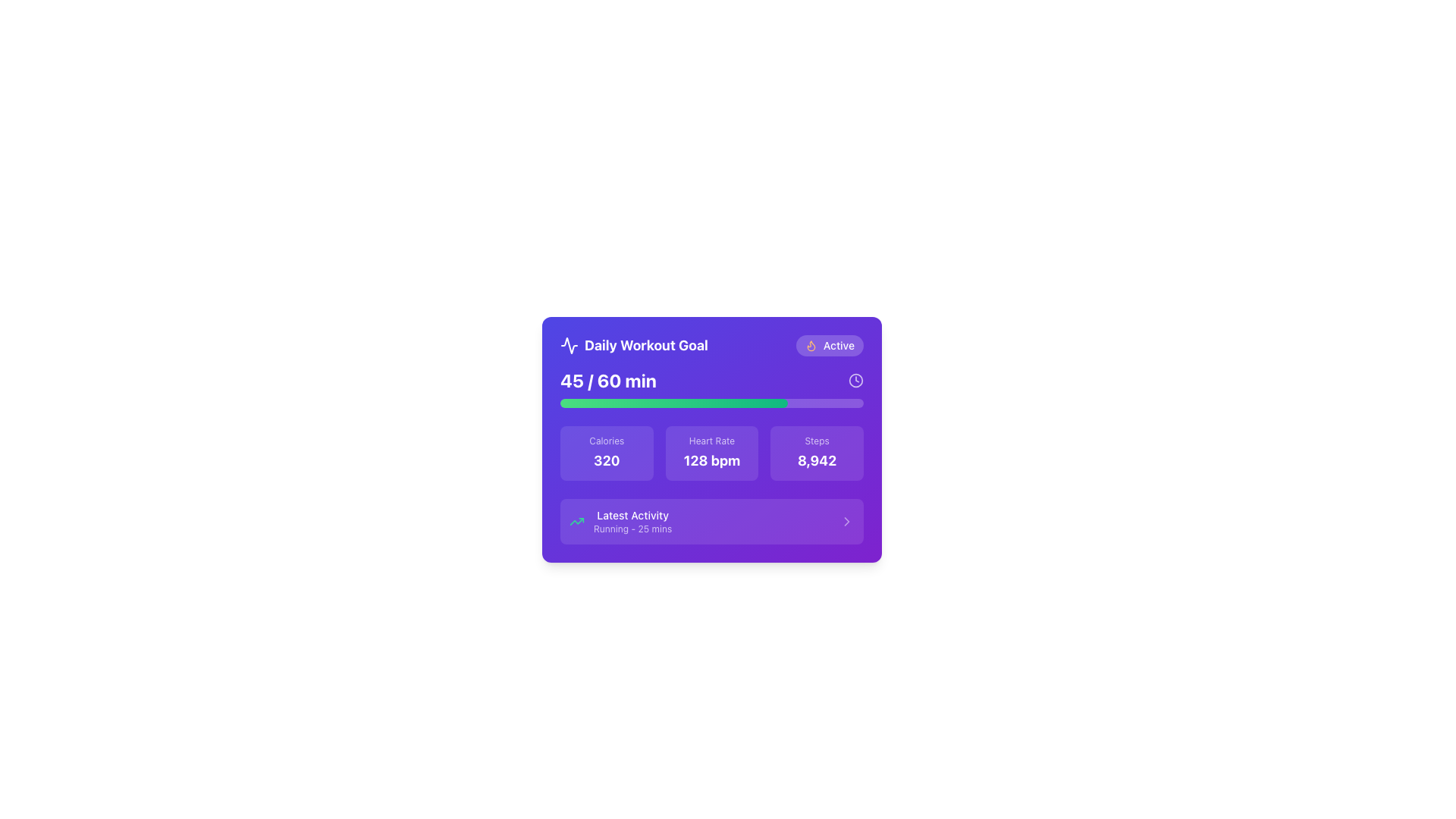  Describe the element at coordinates (608, 379) in the screenshot. I see `time information displayed in the text label showing '45 / 60 min', which is prominently positioned on a purple card` at that location.